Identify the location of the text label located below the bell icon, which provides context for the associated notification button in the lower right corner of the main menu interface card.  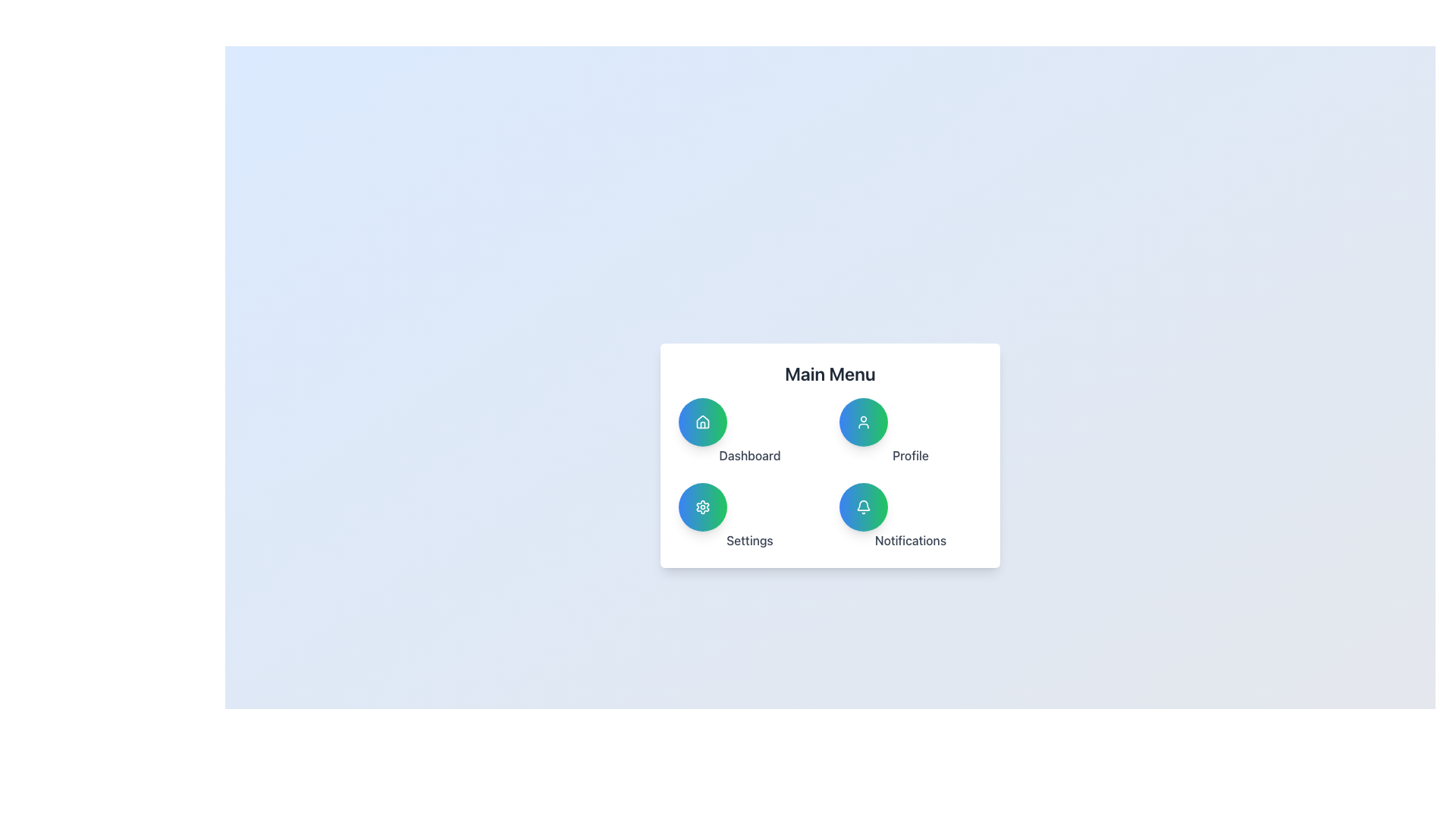
(910, 540).